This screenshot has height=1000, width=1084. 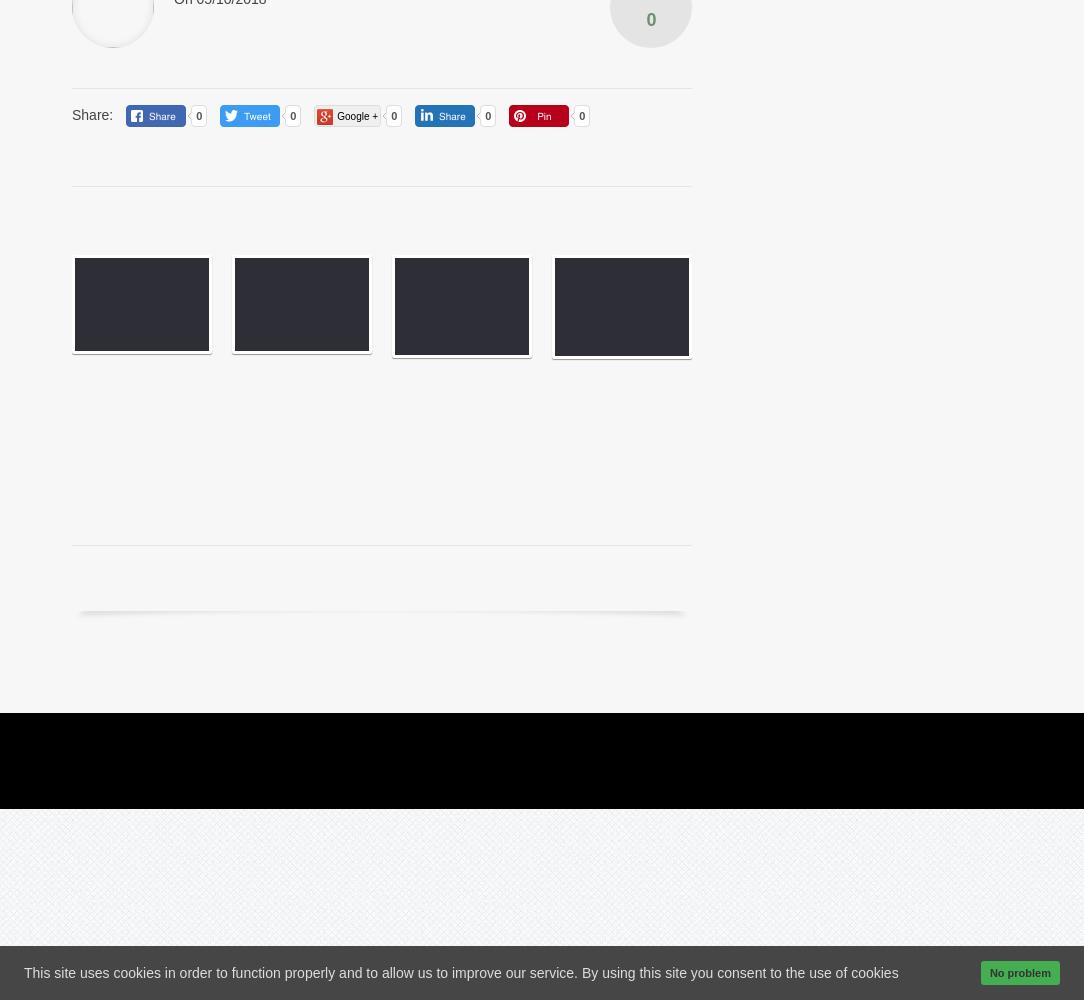 I want to click on 'OIA BREXIT Forum', so click(x=608, y=575).